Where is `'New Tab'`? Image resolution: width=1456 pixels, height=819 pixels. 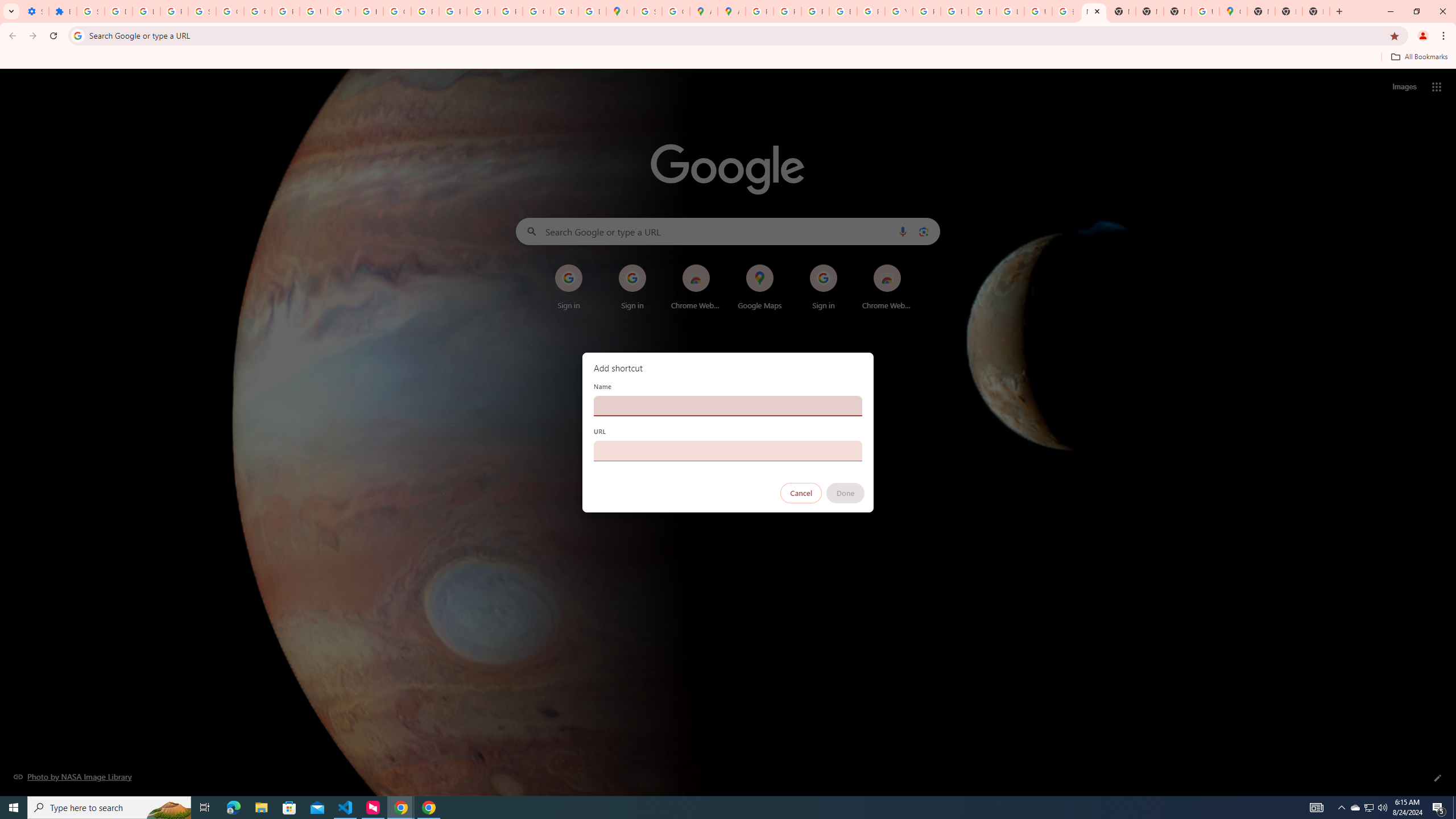 'New Tab' is located at coordinates (1288, 11).